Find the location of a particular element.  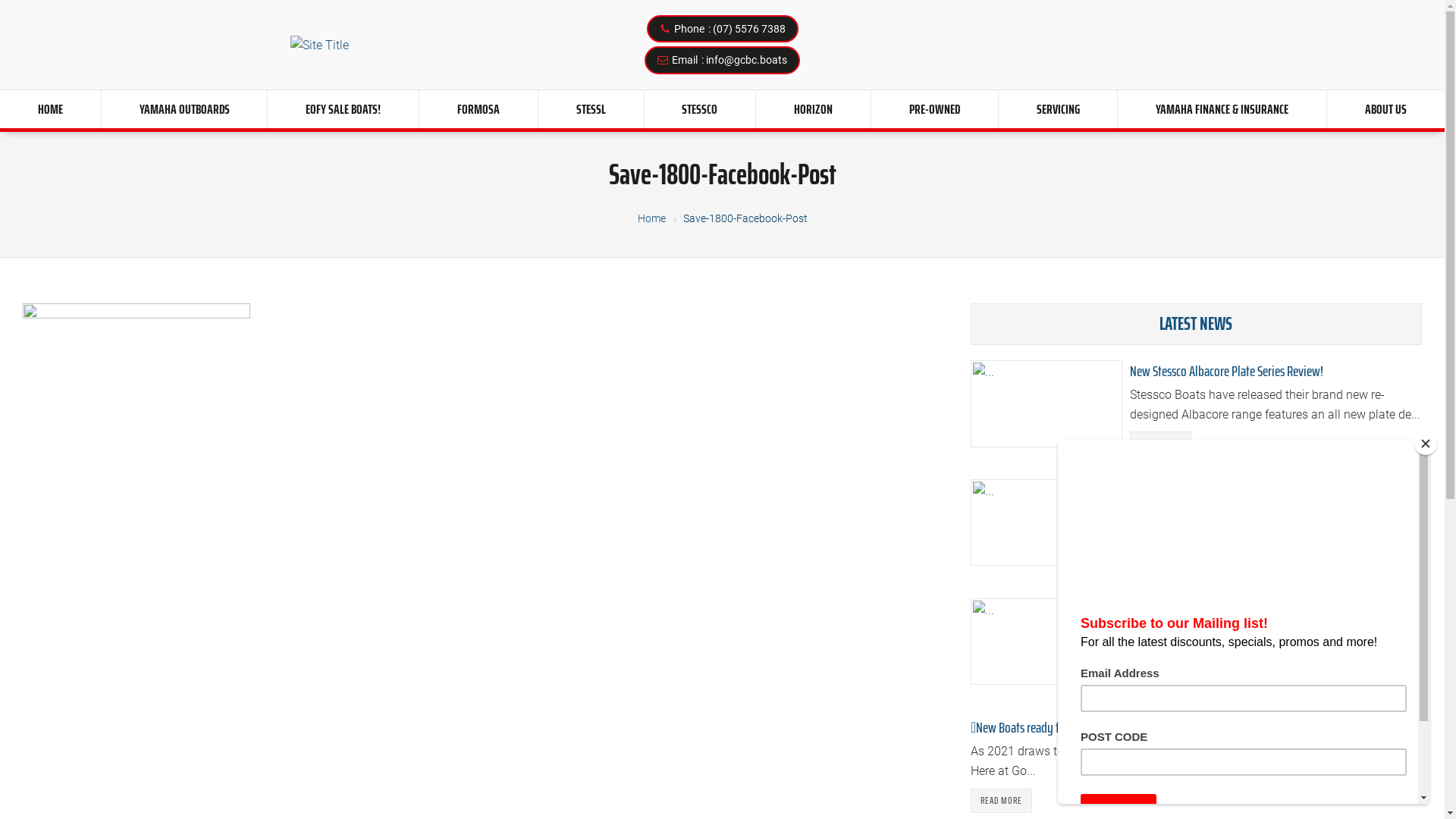

'(07) 5576 7388' is located at coordinates (712, 29).